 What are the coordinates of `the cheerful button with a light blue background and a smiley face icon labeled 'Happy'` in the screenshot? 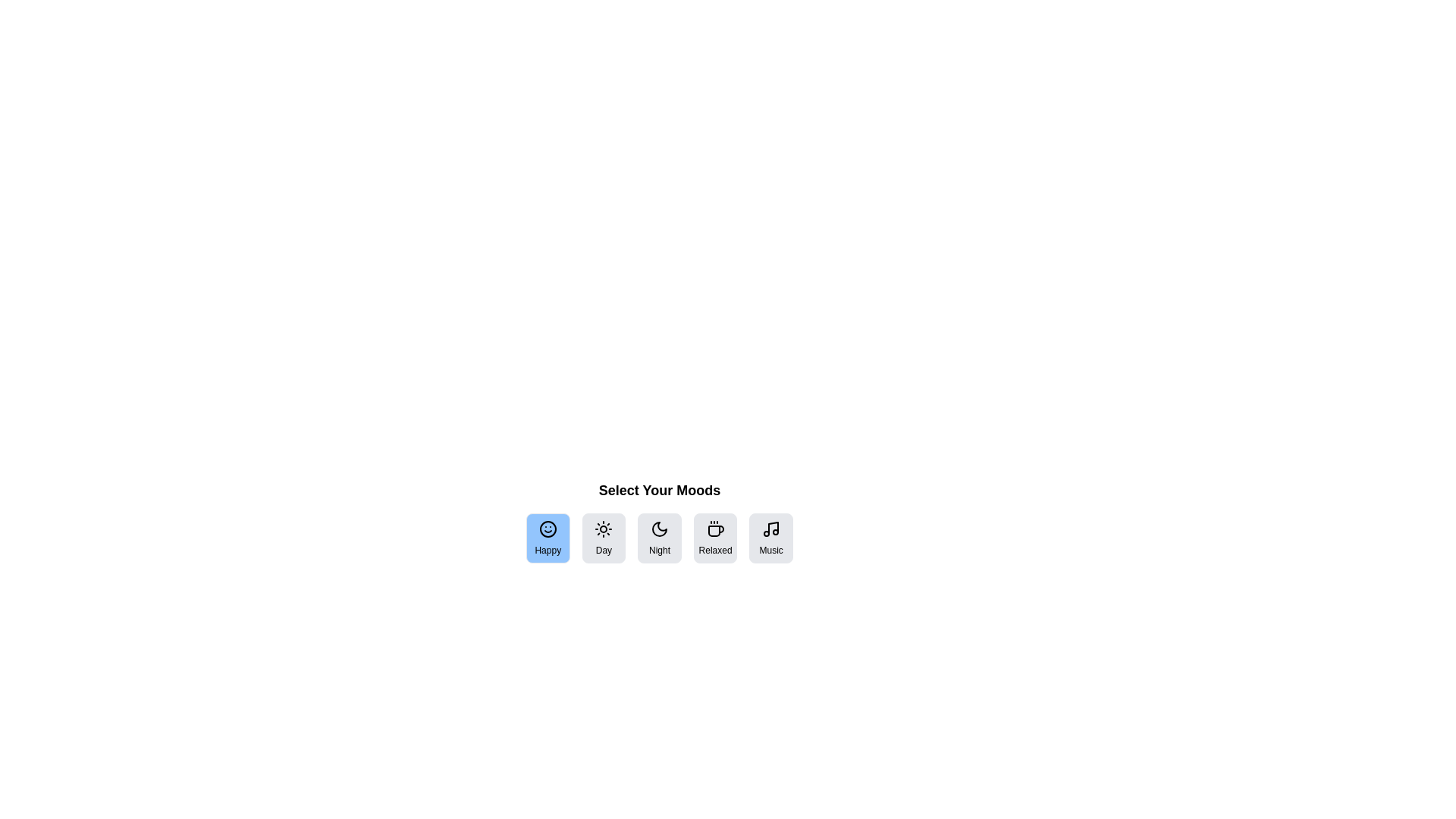 It's located at (547, 537).